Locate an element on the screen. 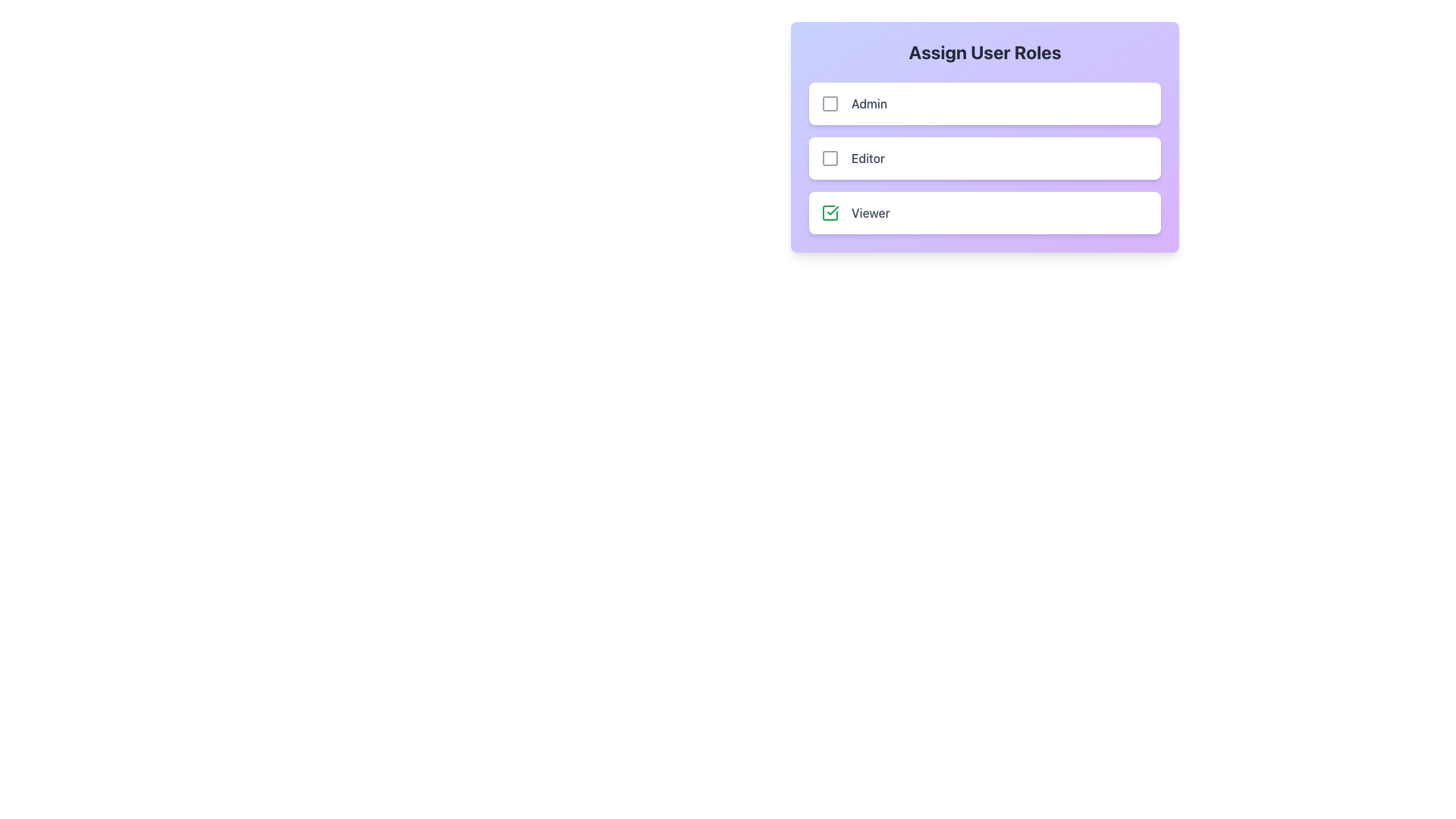 The image size is (1456, 819). the checkbox is located at coordinates (829, 103).